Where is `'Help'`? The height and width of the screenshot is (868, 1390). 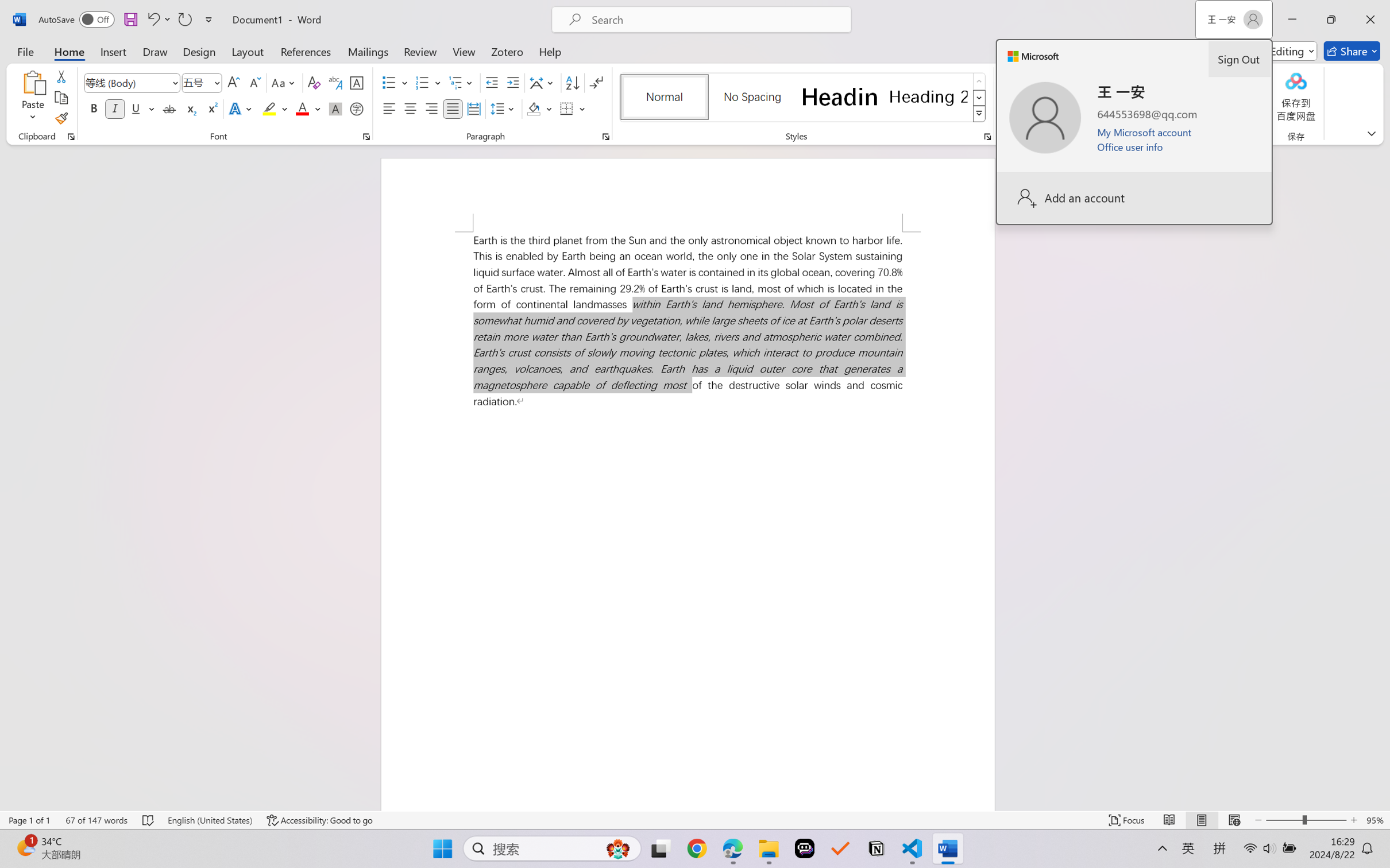 'Help' is located at coordinates (549, 51).